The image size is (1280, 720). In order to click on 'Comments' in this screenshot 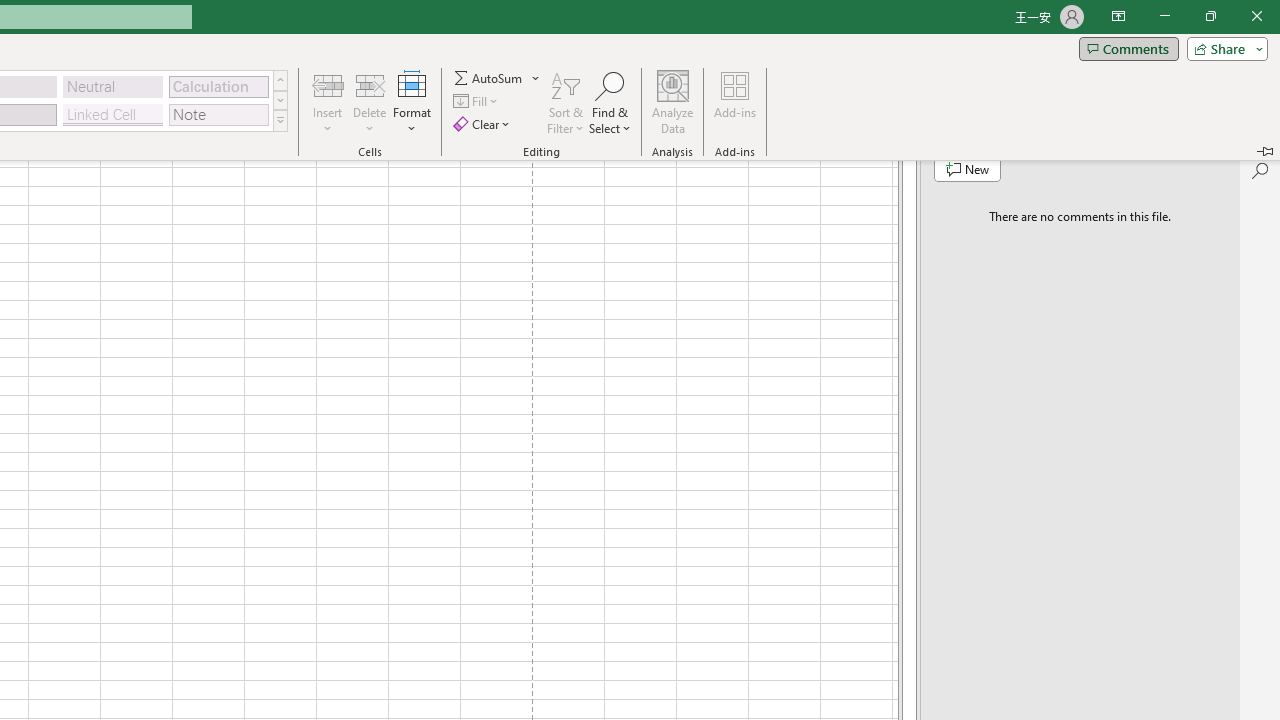, I will do `click(1128, 47)`.